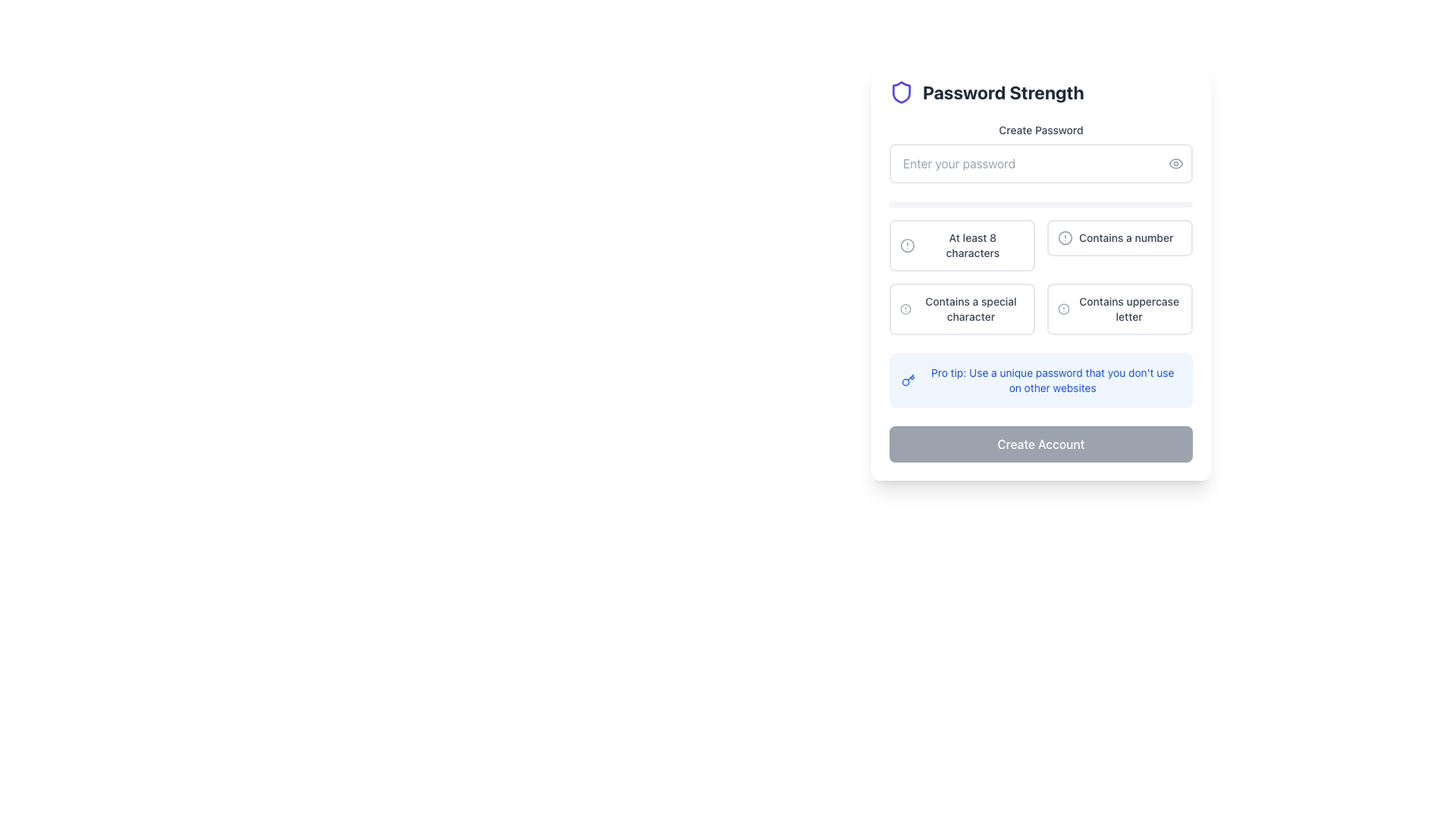 This screenshot has width=1456, height=819. I want to click on the 'Password Strength' text label, which is a bold, large gray font positioned near the top of the form, to the right of a shield icon, so click(1003, 93).